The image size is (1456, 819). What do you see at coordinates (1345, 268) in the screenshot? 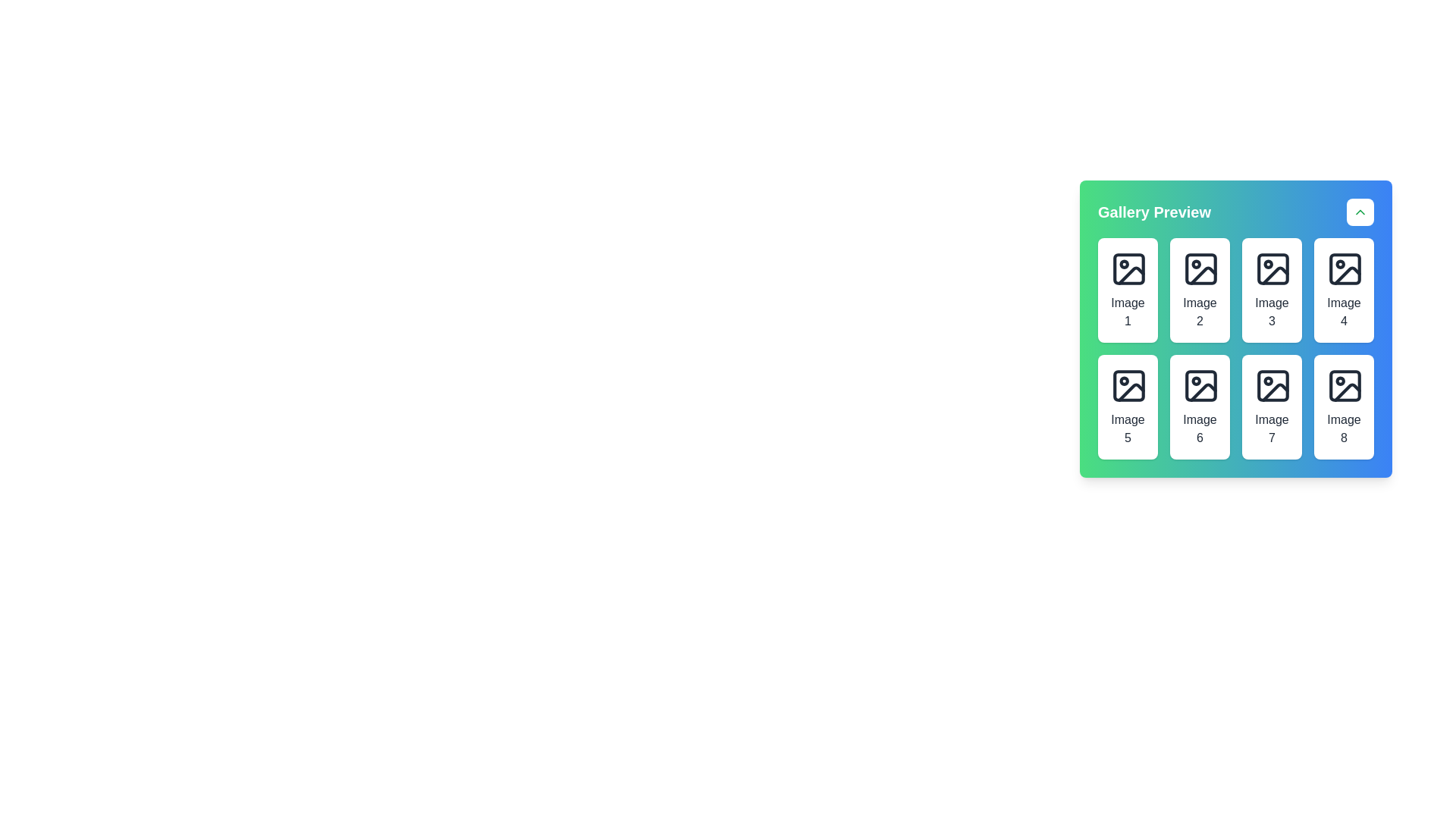
I see `the icon representing 'Image 4'` at bounding box center [1345, 268].